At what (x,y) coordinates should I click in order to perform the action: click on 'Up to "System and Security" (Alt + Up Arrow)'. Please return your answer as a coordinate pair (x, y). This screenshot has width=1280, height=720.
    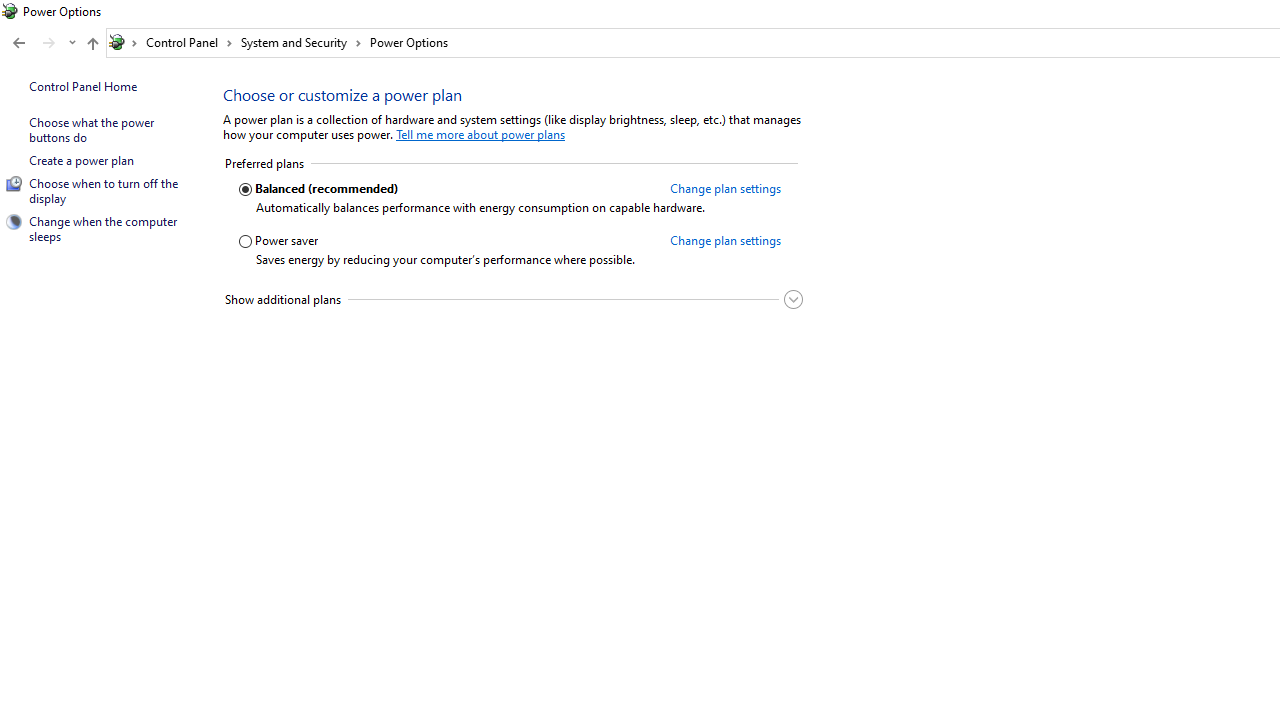
    Looking at the image, I should click on (91, 43).